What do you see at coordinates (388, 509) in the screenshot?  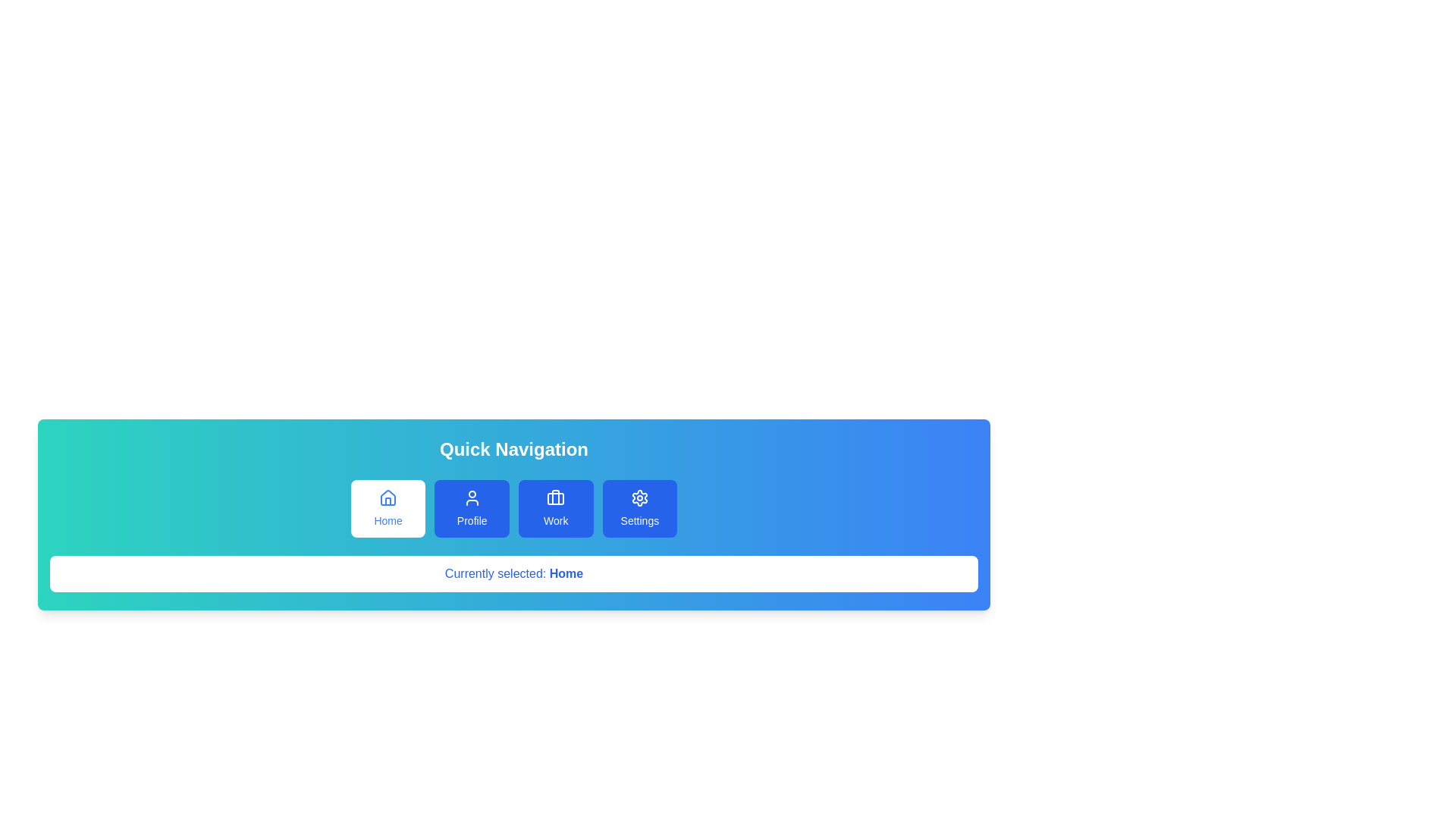 I see `the navigation tab Home` at bounding box center [388, 509].